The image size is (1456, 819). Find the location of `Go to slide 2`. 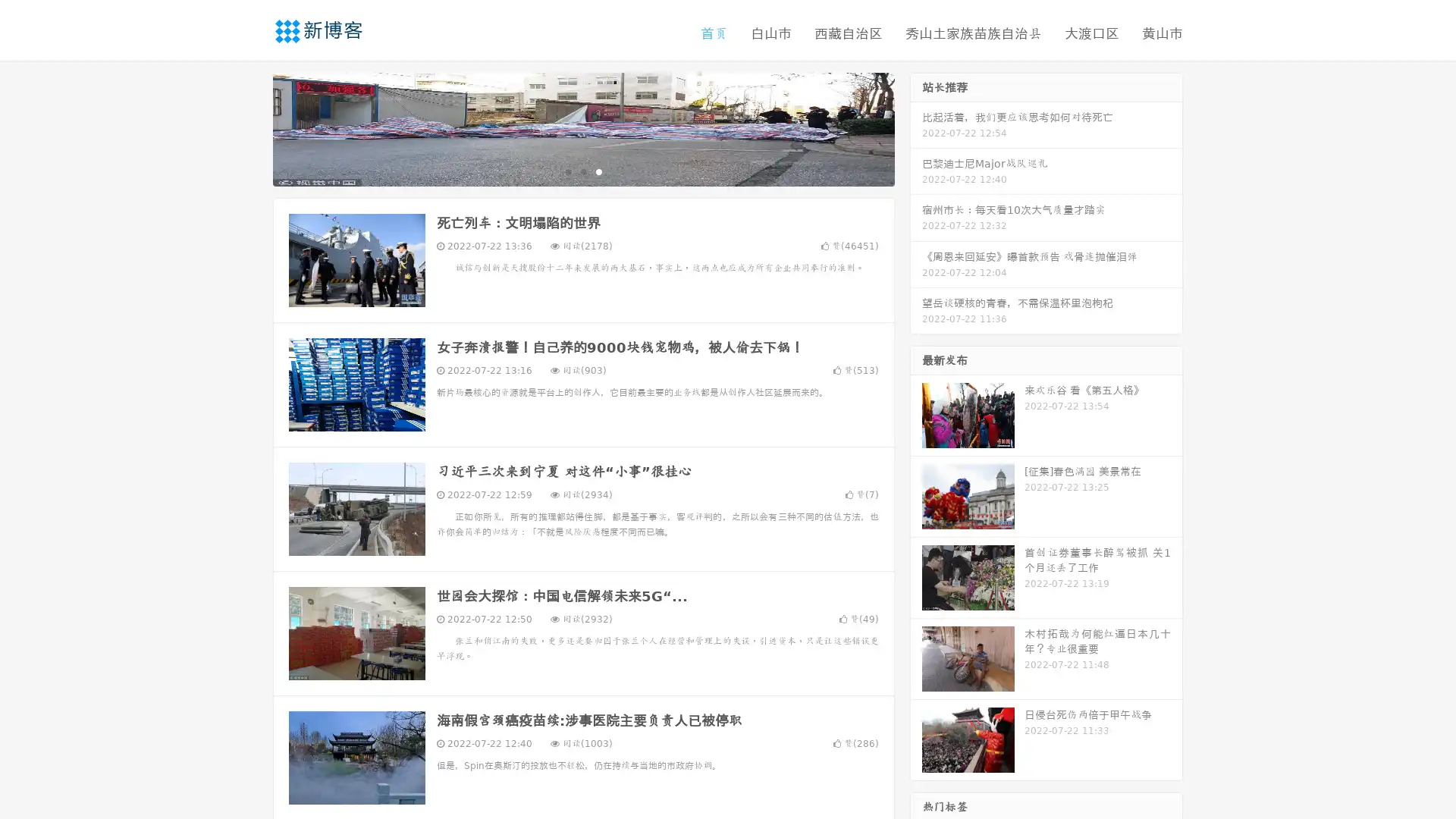

Go to slide 2 is located at coordinates (582, 171).